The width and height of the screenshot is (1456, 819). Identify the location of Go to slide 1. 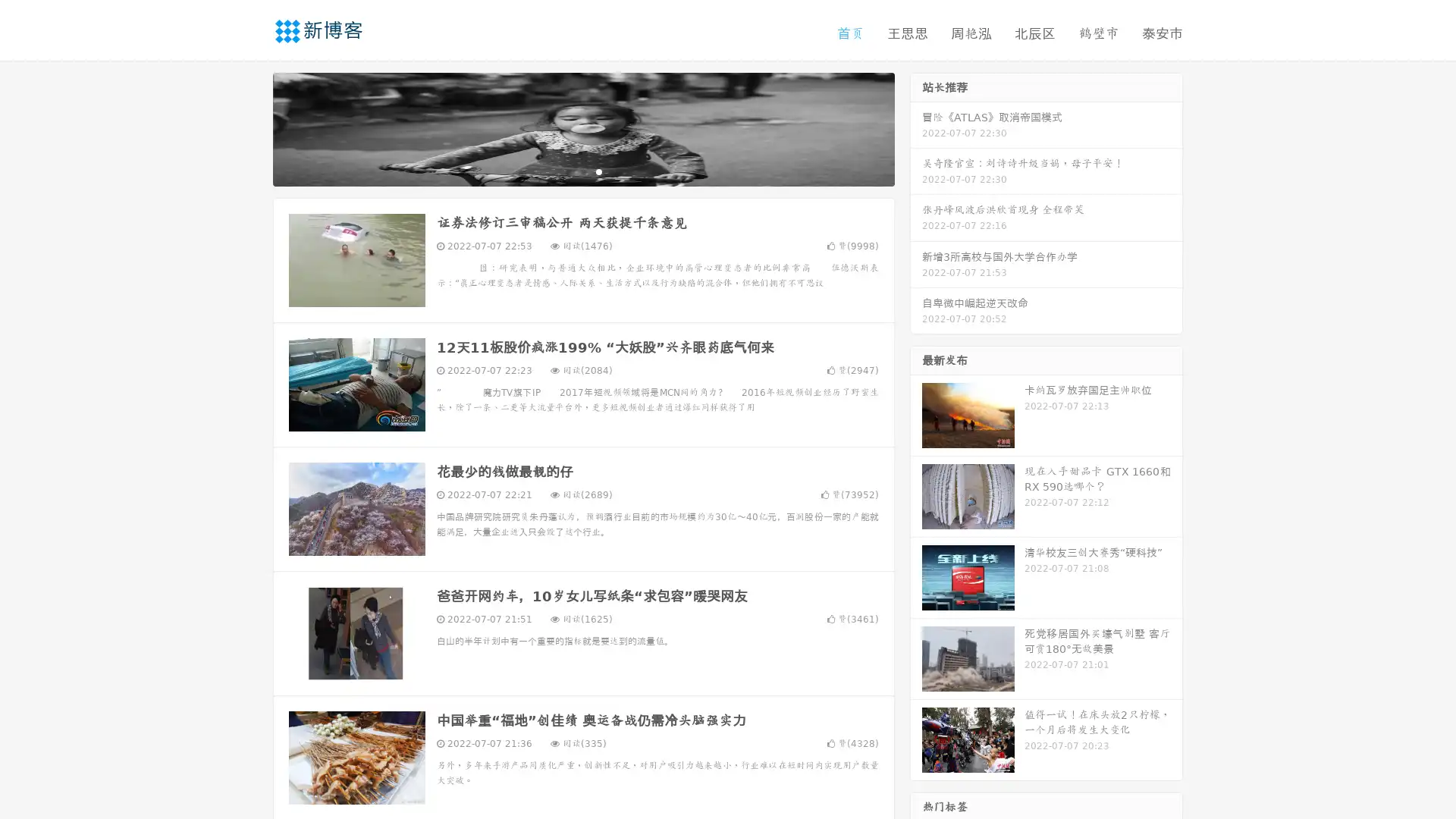
(567, 171).